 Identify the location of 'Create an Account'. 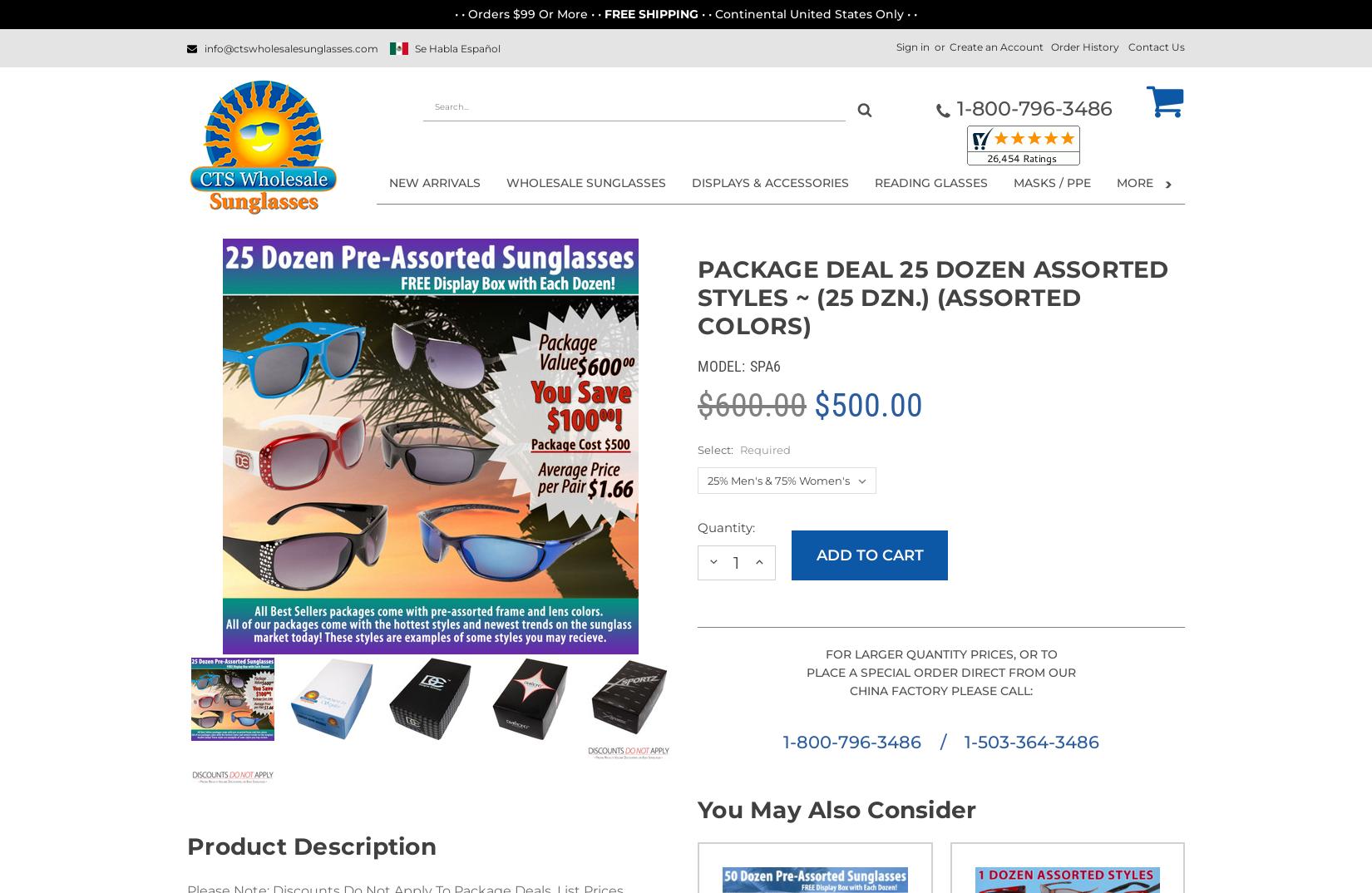
(996, 47).